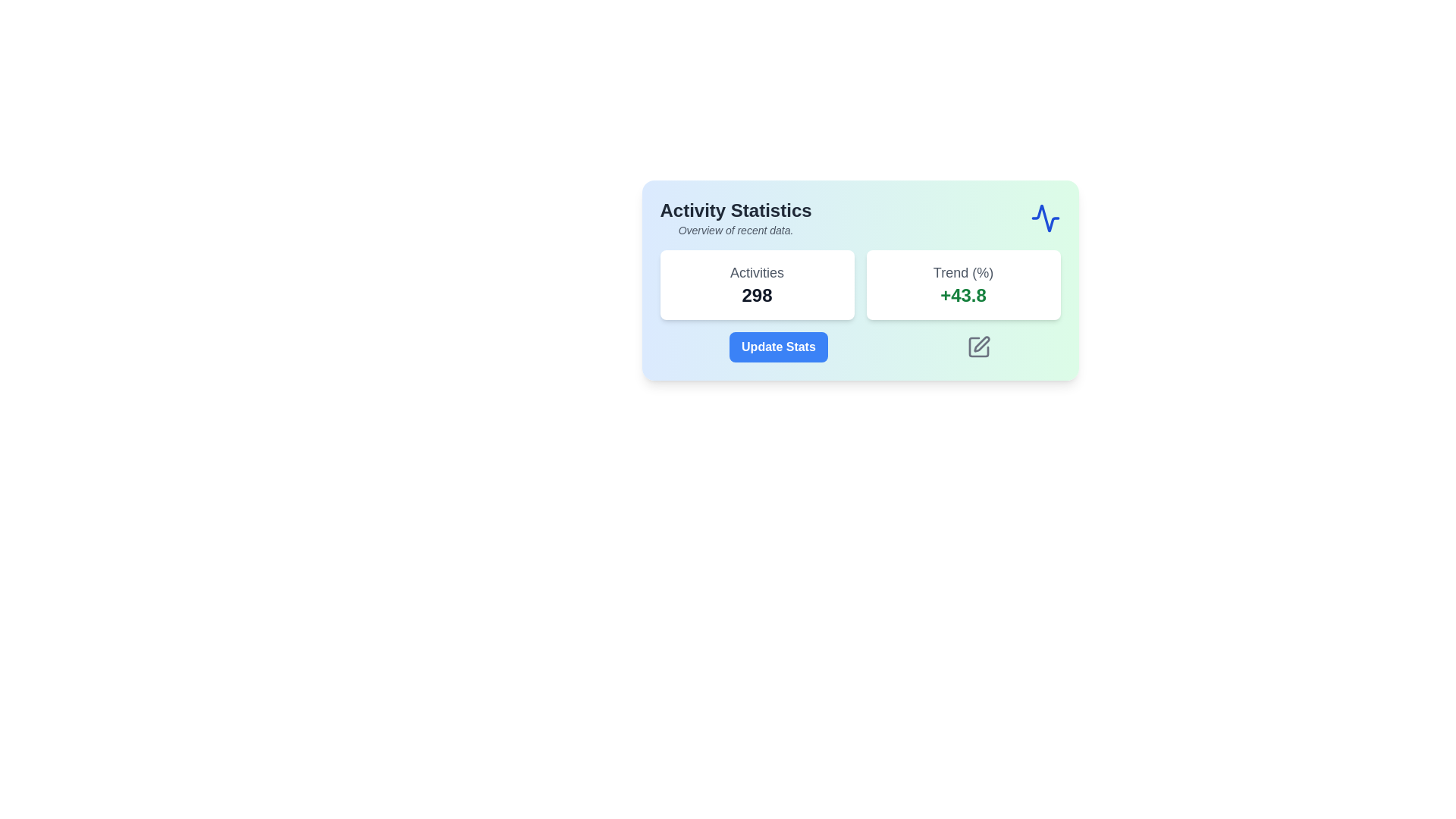  Describe the element at coordinates (1044, 218) in the screenshot. I see `the stylized wave or signal graph icon, which is blue against a light green background, located in the top right corner of the card interface` at that location.